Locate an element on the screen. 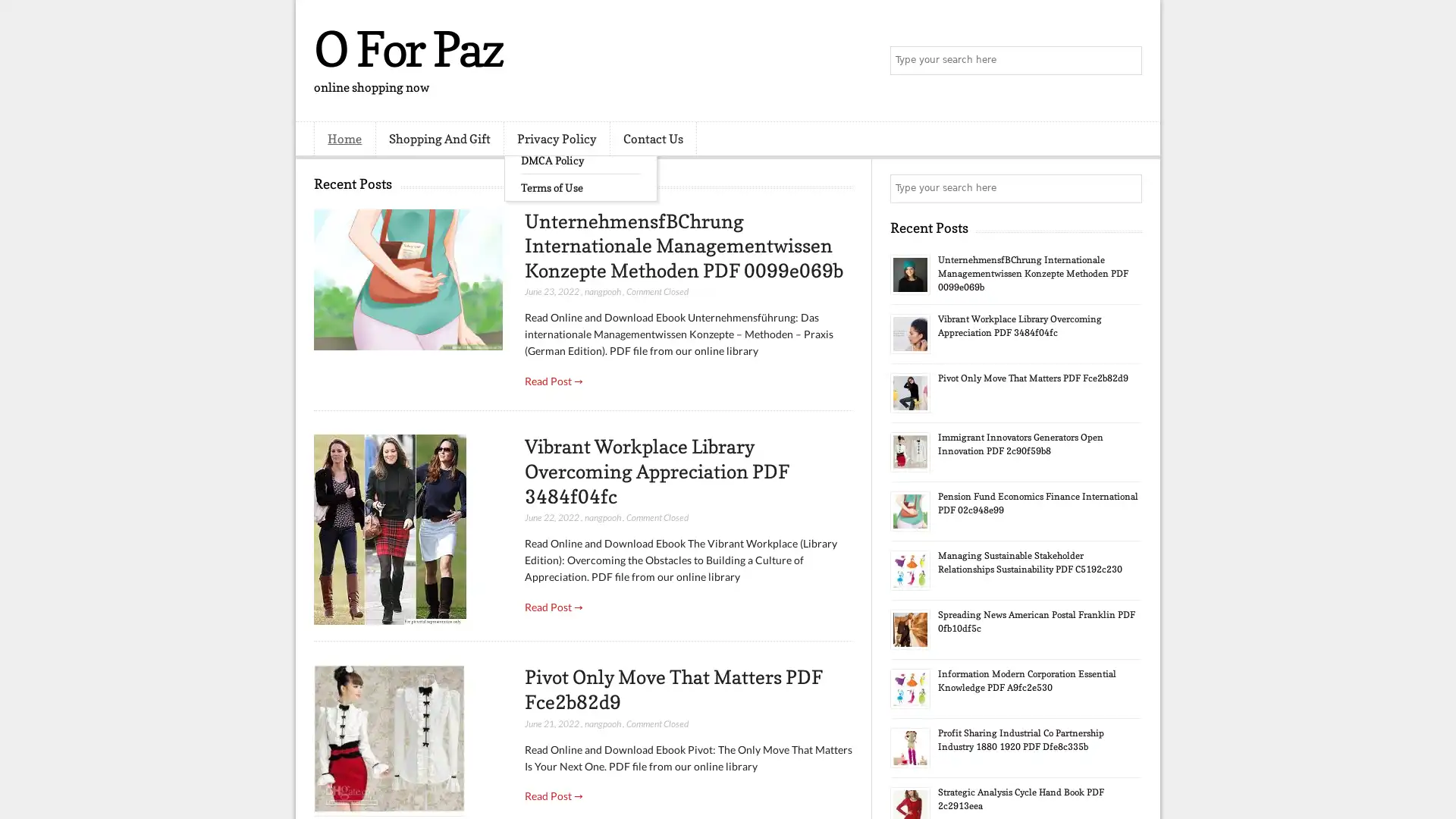 The height and width of the screenshot is (819, 1456). Search is located at coordinates (1126, 188).